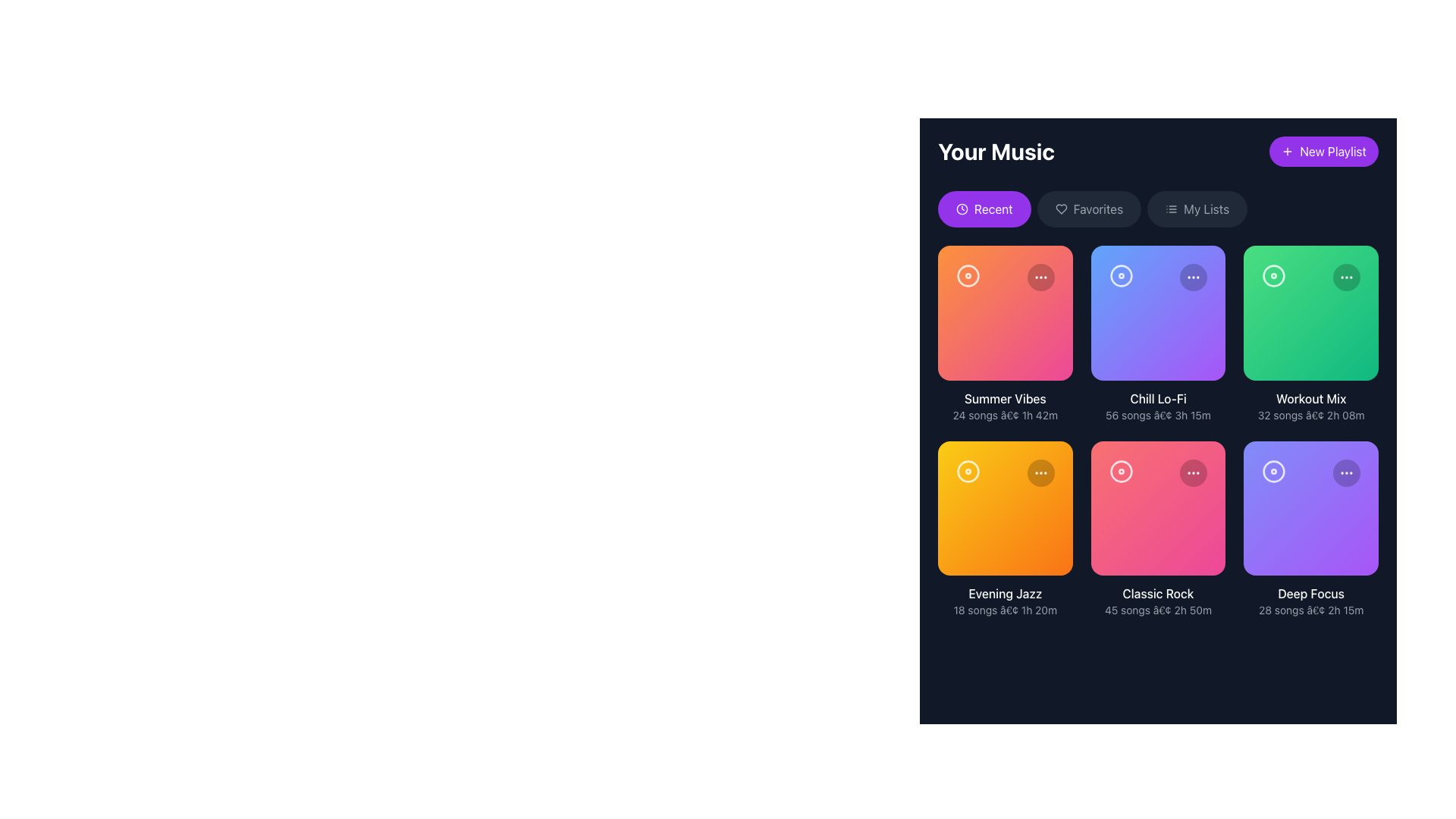  What do you see at coordinates (1310, 415) in the screenshot?
I see `the text label displaying '32 songs • 2h 08m' located below the 'Workout Mix' title in the playlist card grid` at bounding box center [1310, 415].